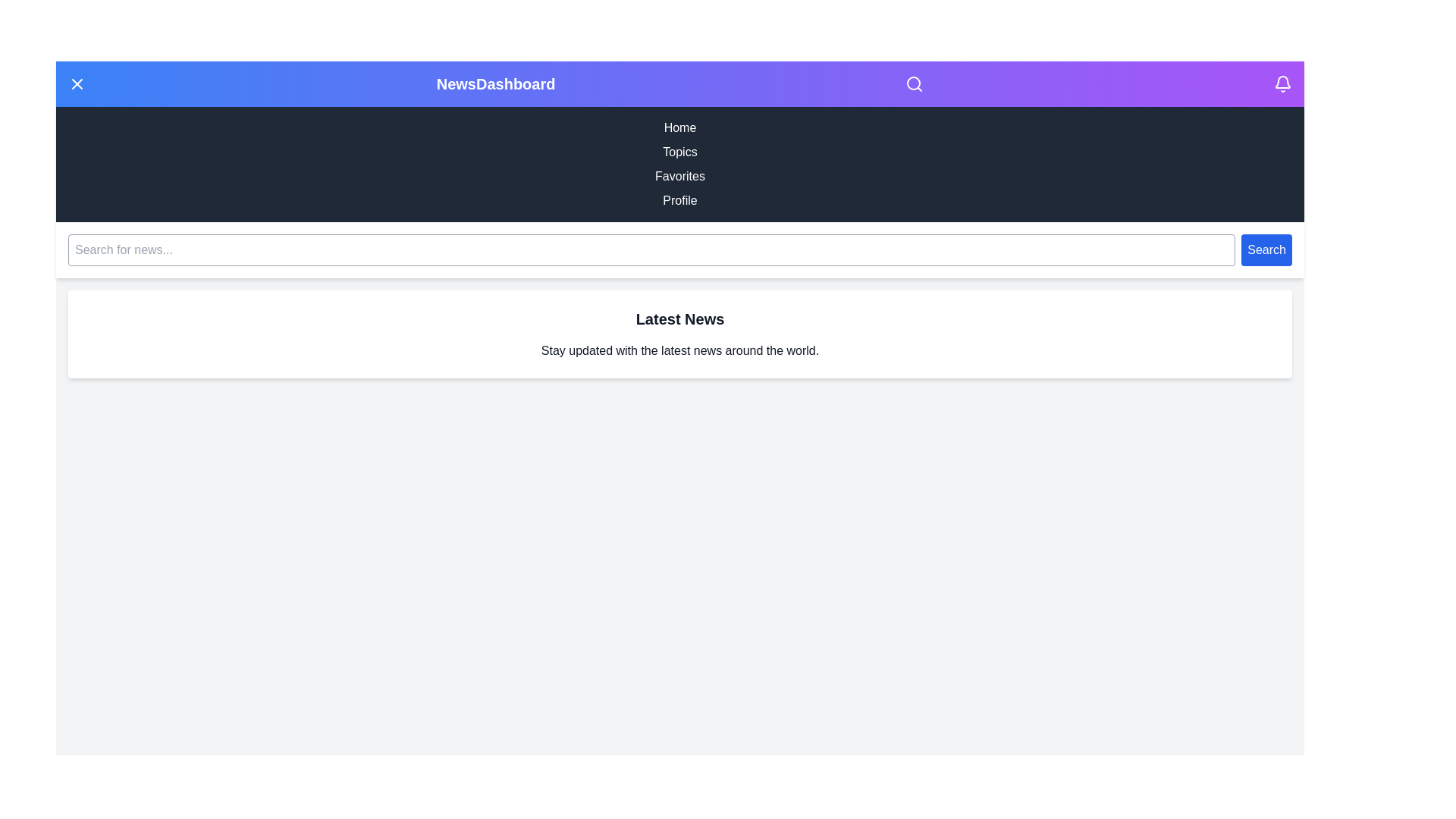 The height and width of the screenshot is (819, 1456). What do you see at coordinates (1282, 84) in the screenshot?
I see `the notification bell icon to open the notifications panel` at bounding box center [1282, 84].